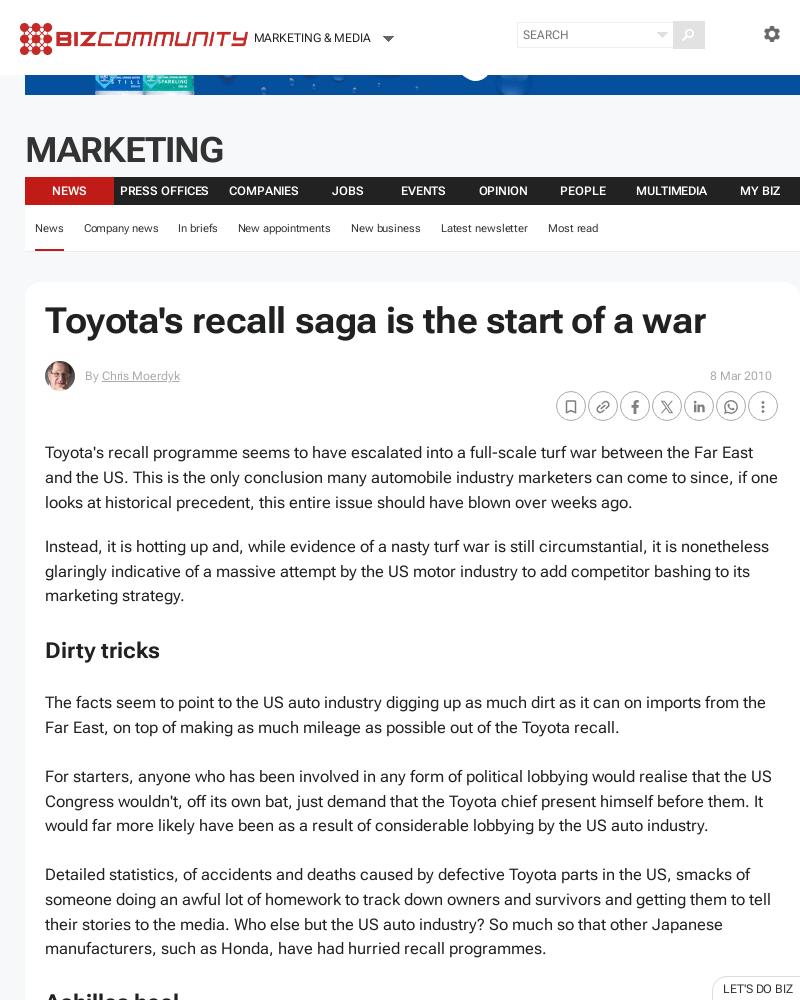  What do you see at coordinates (374, 319) in the screenshot?
I see `'Toyota's recall saga is the start of a war'` at bounding box center [374, 319].